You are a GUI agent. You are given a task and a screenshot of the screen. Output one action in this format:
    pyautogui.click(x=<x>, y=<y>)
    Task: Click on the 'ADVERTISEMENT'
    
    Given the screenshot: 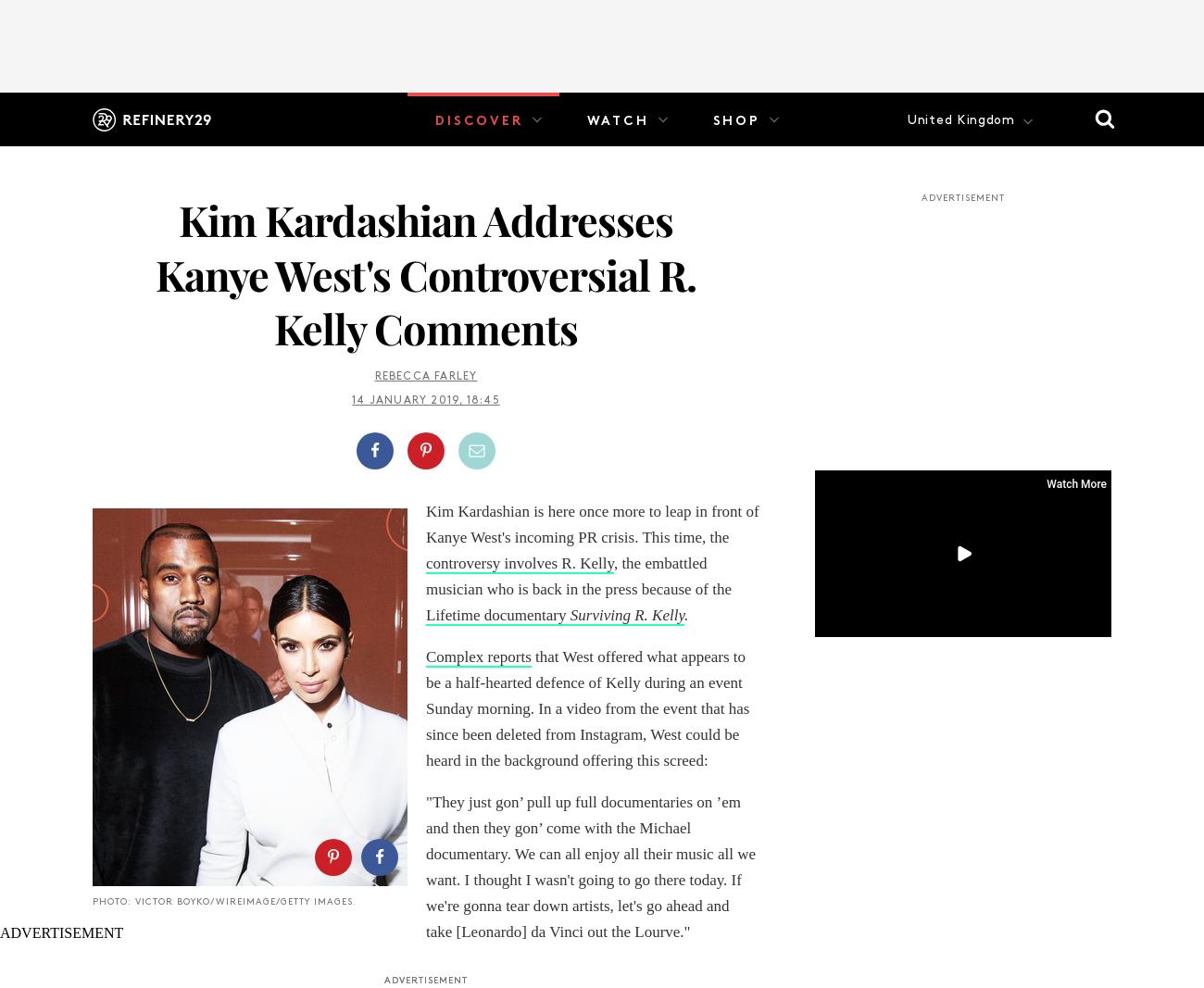 What is the action you would take?
    pyautogui.click(x=963, y=198)
    